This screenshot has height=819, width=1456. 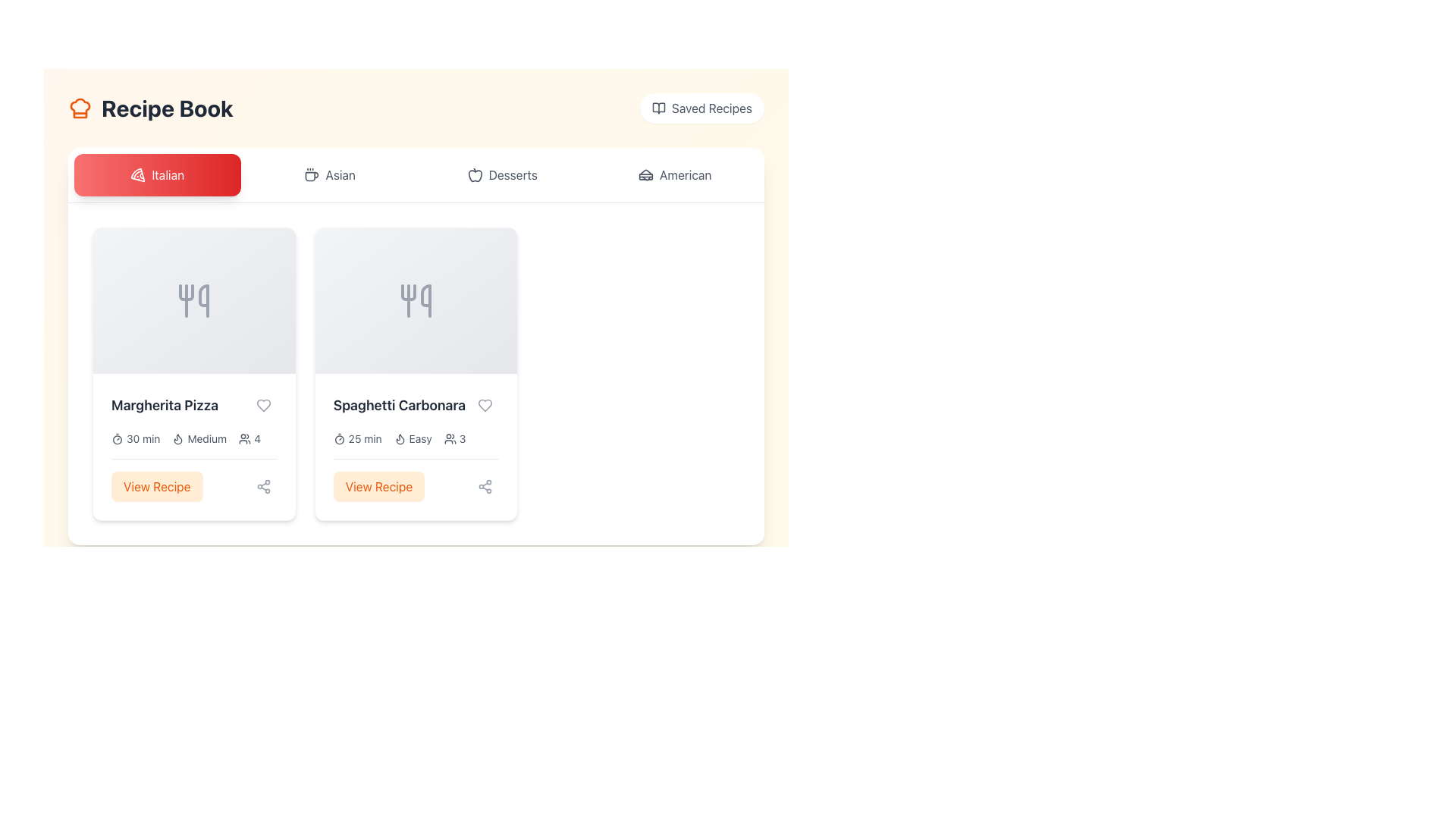 What do you see at coordinates (400, 439) in the screenshot?
I see `the flame icon, which is a vector graphic representation associated with heat or popularity, located in the 'Italian' category section of the interface` at bounding box center [400, 439].